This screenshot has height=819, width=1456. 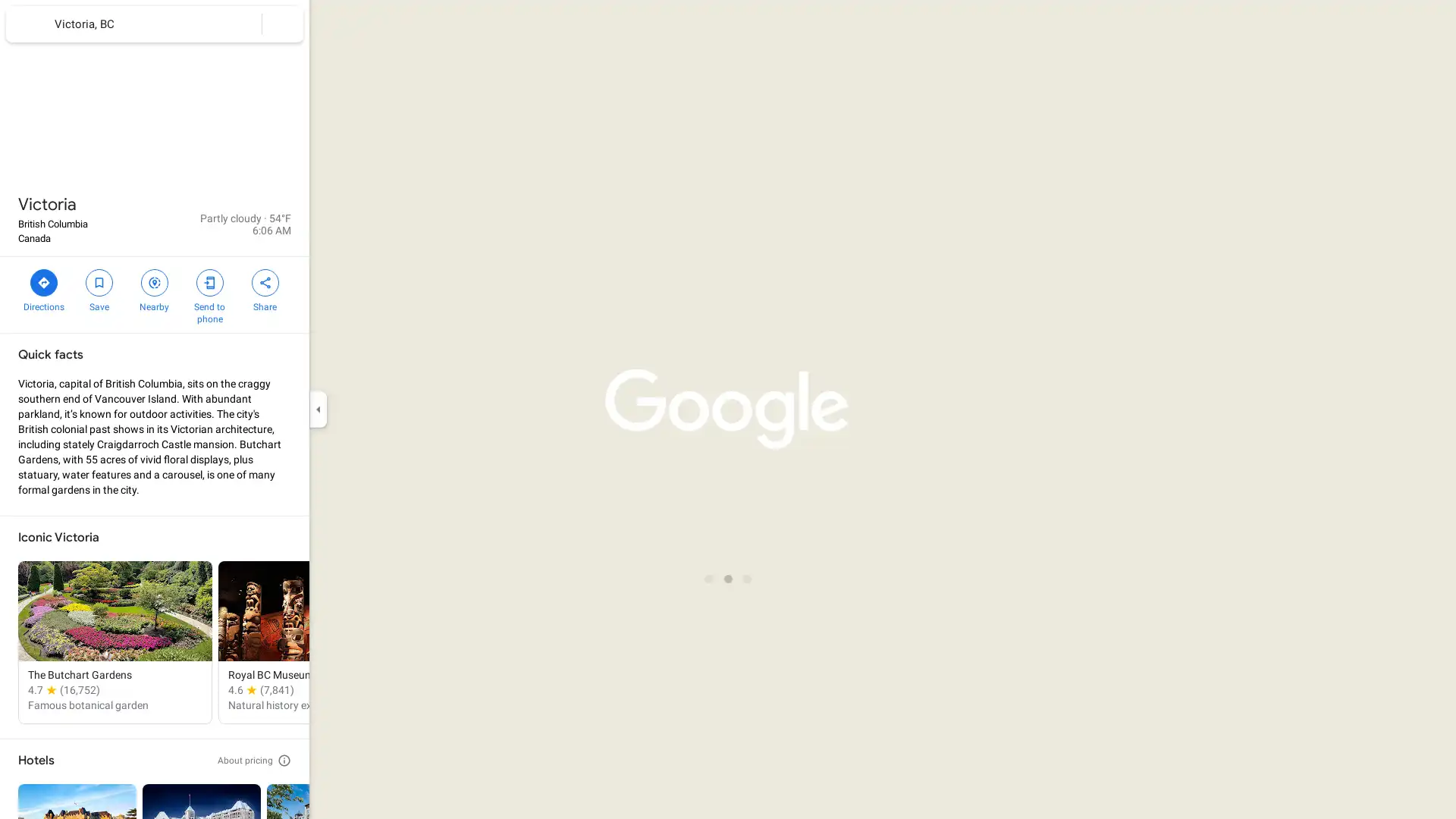 What do you see at coordinates (27, 26) in the screenshot?
I see `Menu` at bounding box center [27, 26].